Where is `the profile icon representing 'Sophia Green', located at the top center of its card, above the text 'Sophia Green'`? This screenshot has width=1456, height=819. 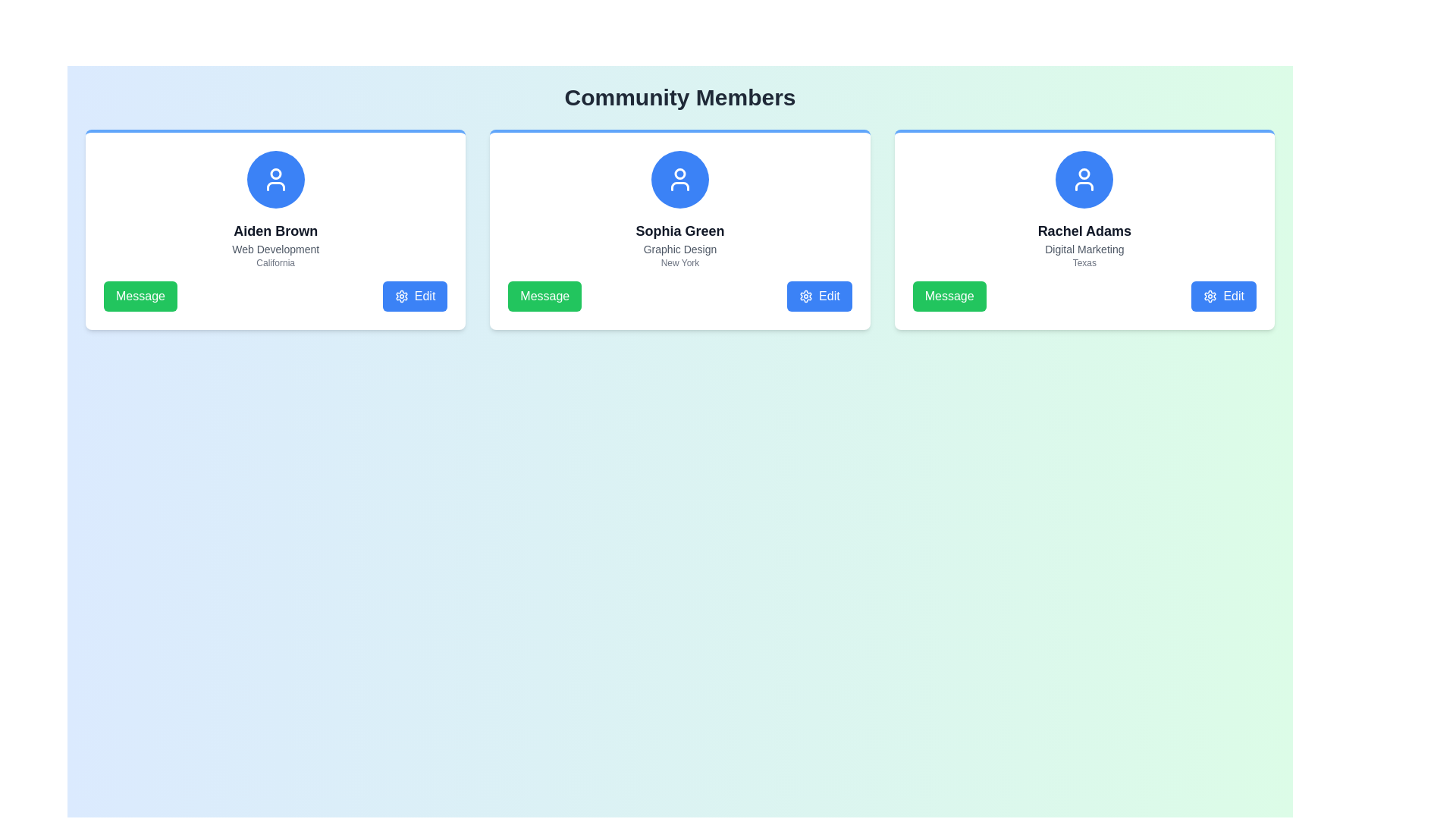
the profile icon representing 'Sophia Green', located at the top center of its card, above the text 'Sophia Green' is located at coordinates (679, 178).